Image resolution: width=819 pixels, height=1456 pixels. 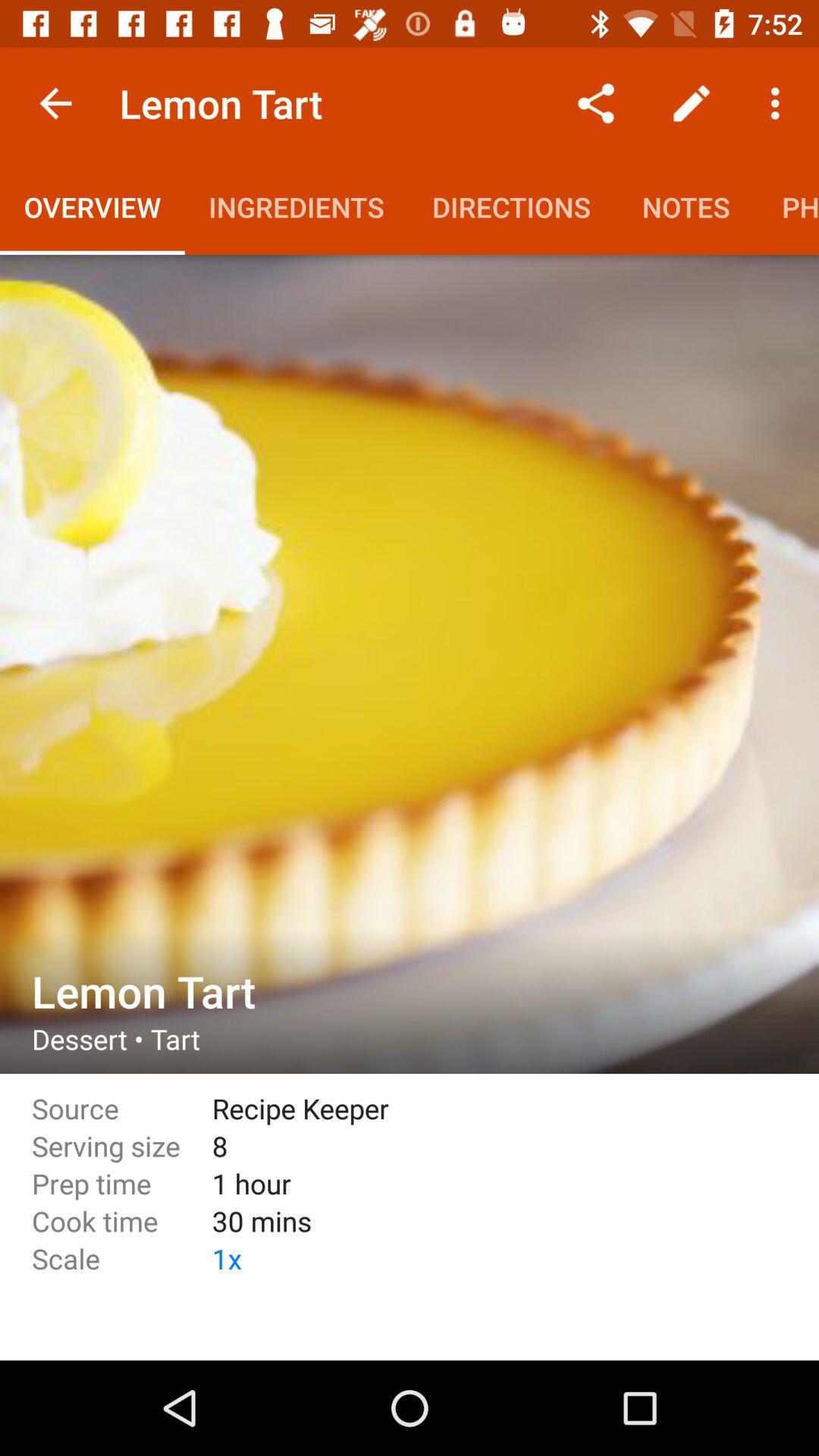 What do you see at coordinates (691, 103) in the screenshot?
I see `the edit icon` at bounding box center [691, 103].